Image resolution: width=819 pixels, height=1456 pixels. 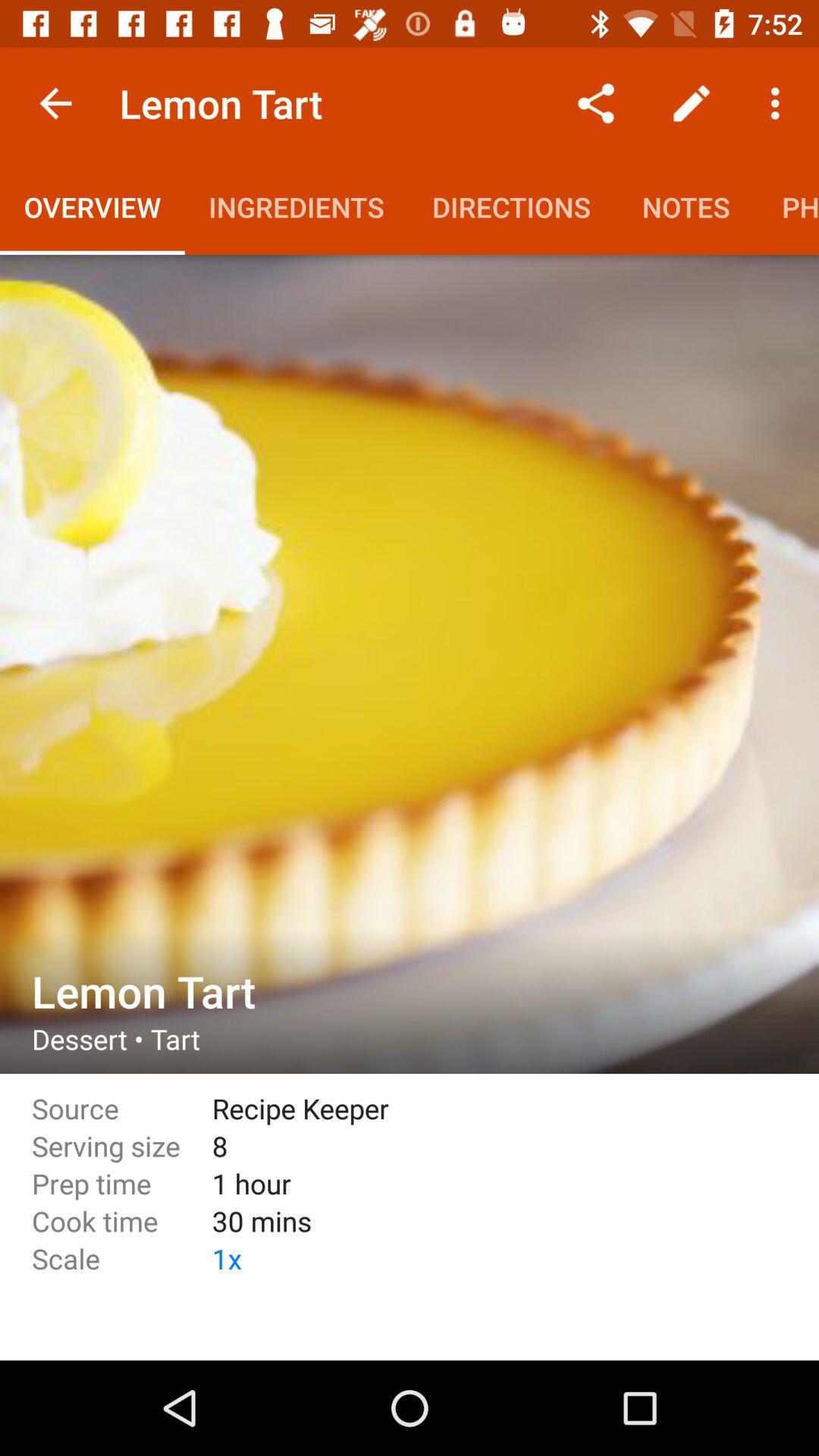 What do you see at coordinates (691, 103) in the screenshot?
I see `the edit icon` at bounding box center [691, 103].